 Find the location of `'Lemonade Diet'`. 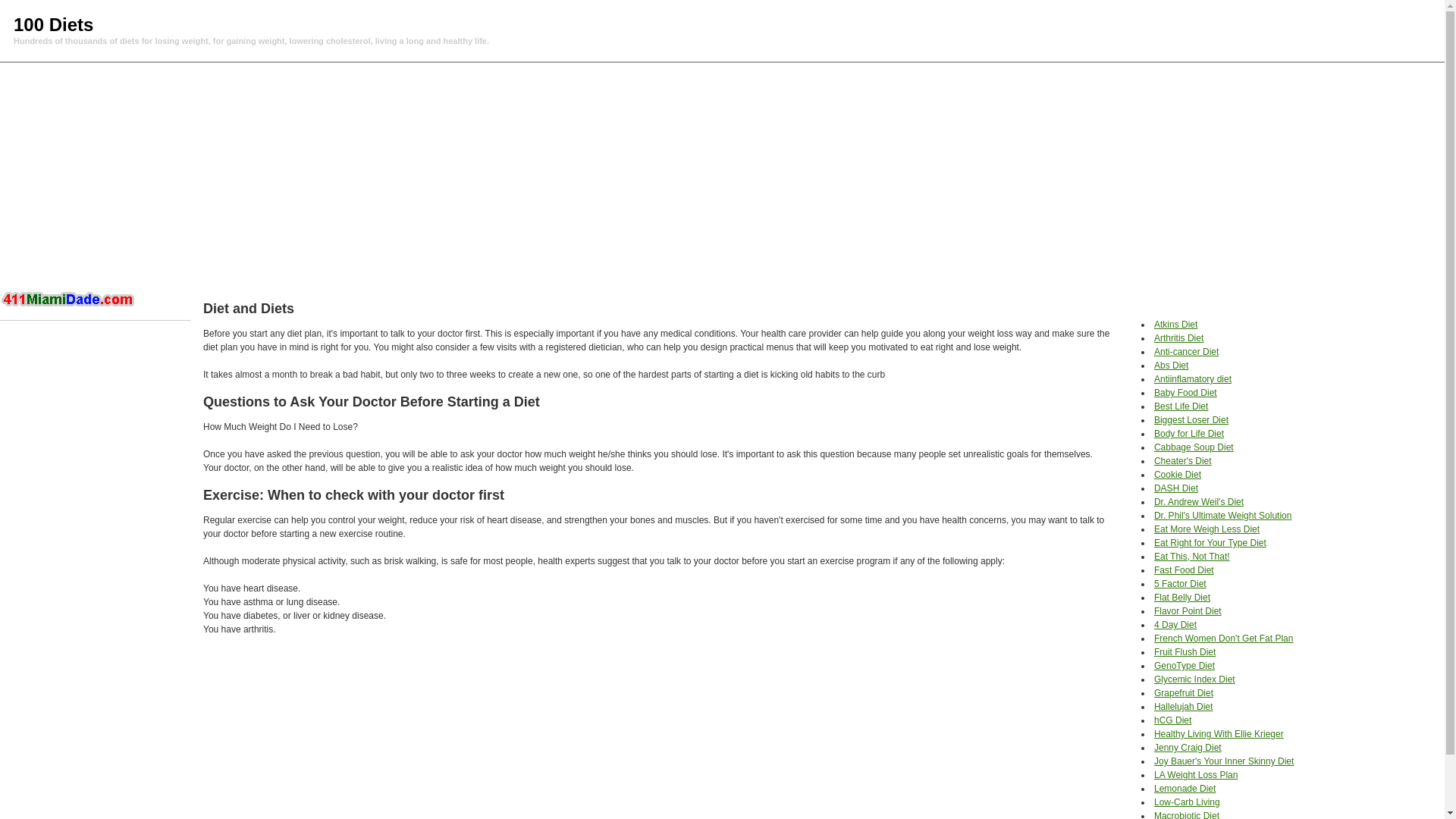

'Lemonade Diet' is located at coordinates (1184, 788).